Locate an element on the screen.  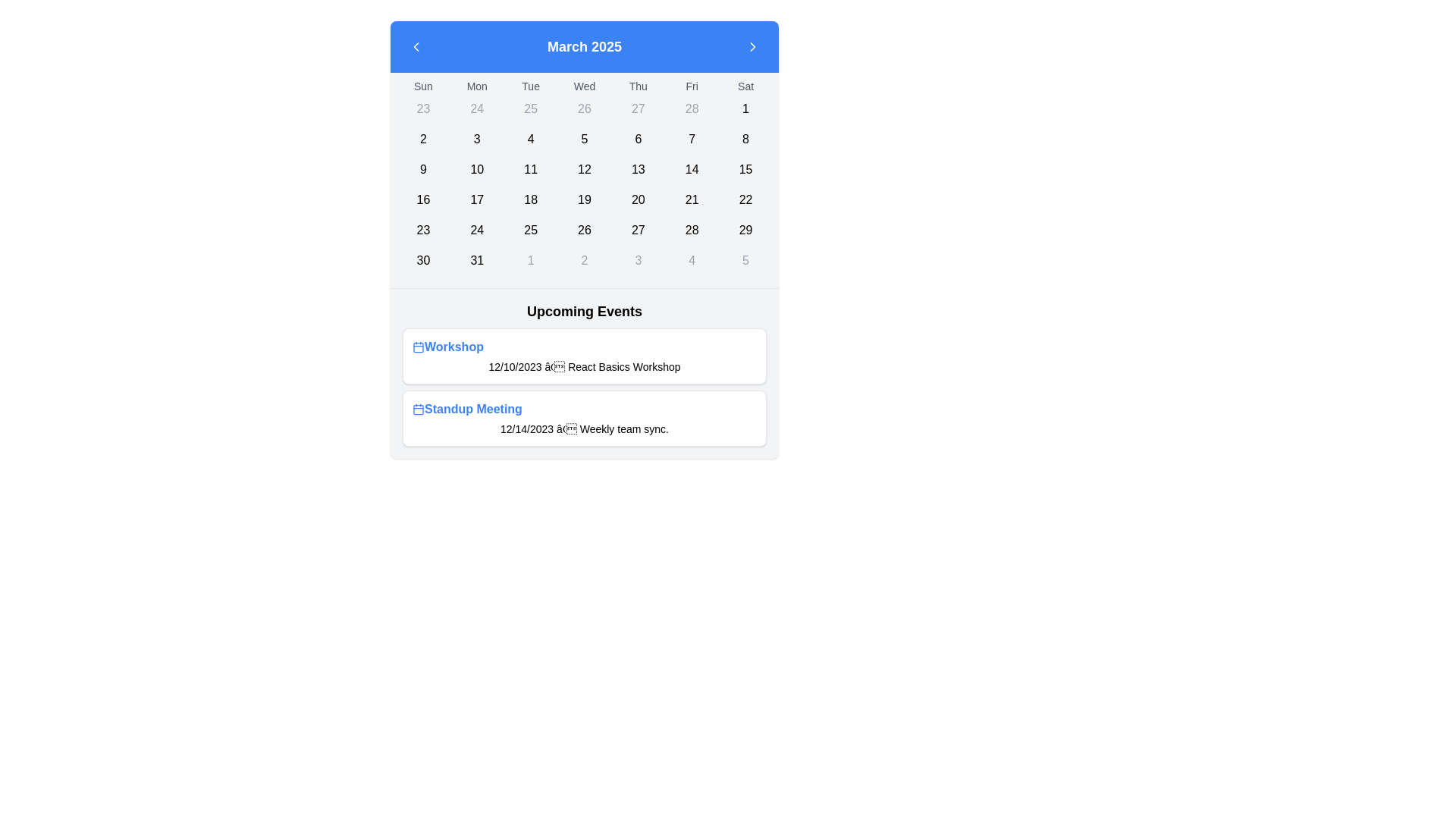
the first day of the month button in the calendar interface, located under the 'Sat' column is located at coordinates (745, 108).